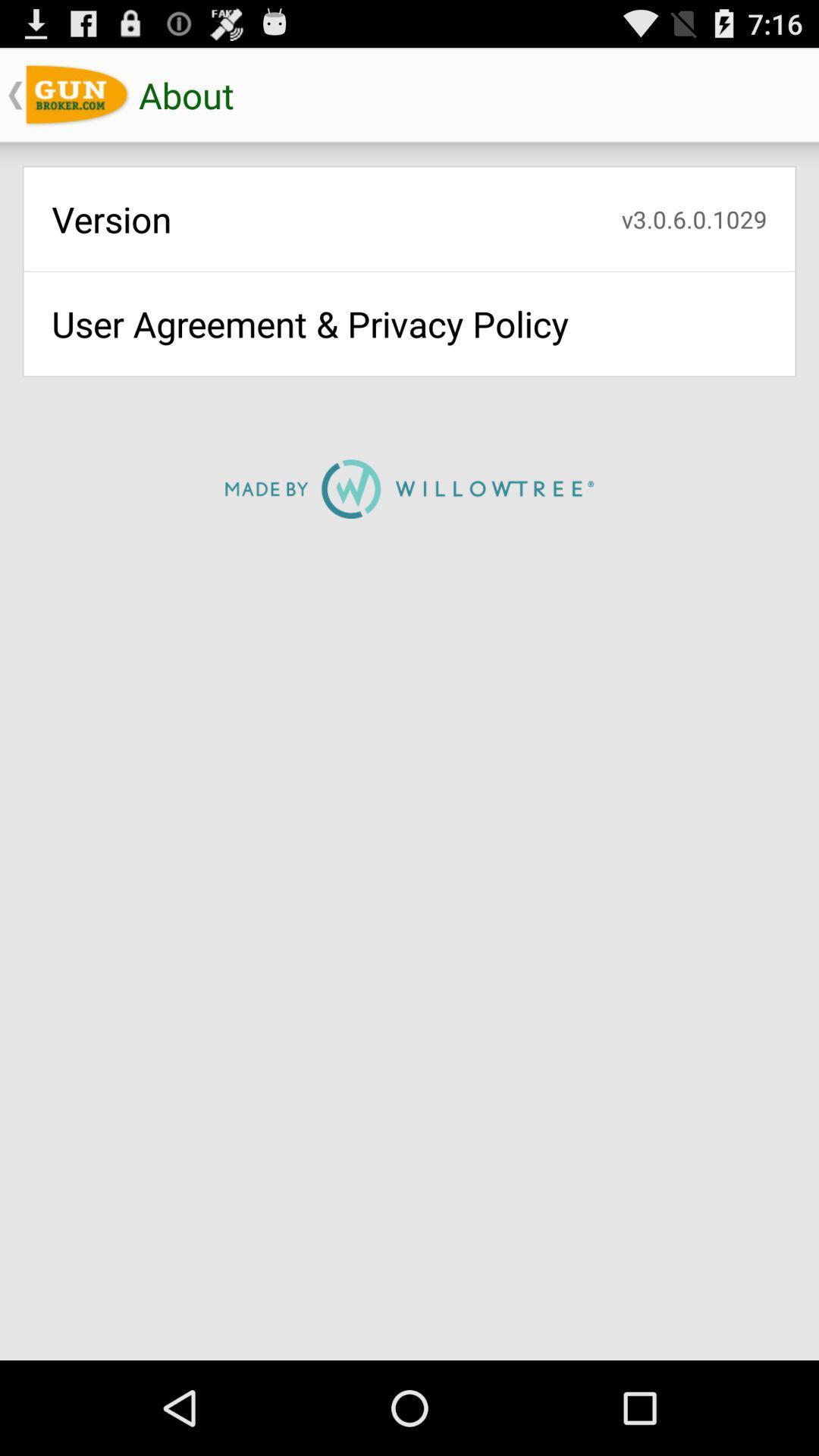  Describe the element at coordinates (409, 488) in the screenshot. I see `the icon at the center` at that location.